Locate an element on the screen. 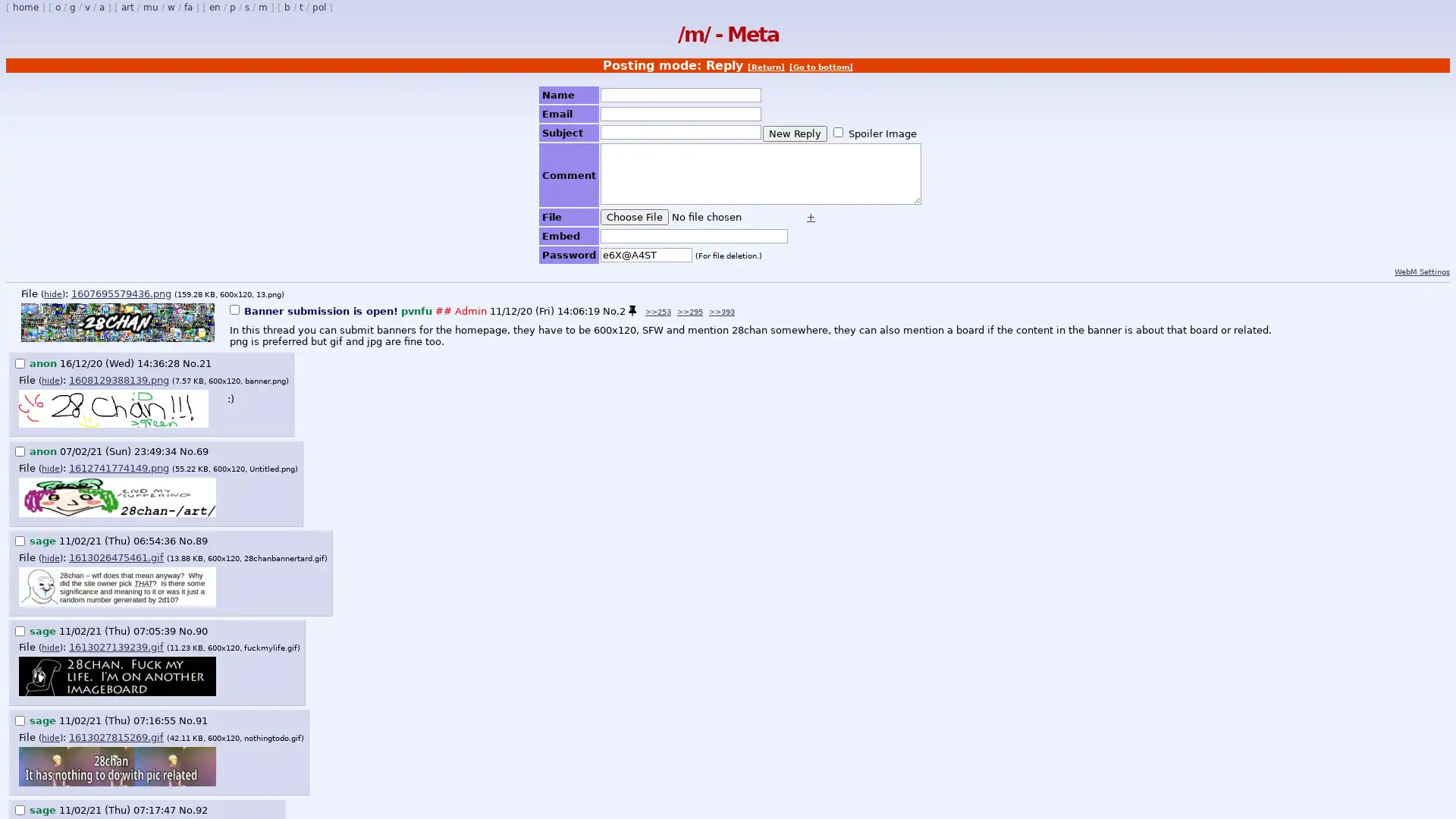 This screenshot has width=1456, height=819. Choose File is located at coordinates (634, 217).